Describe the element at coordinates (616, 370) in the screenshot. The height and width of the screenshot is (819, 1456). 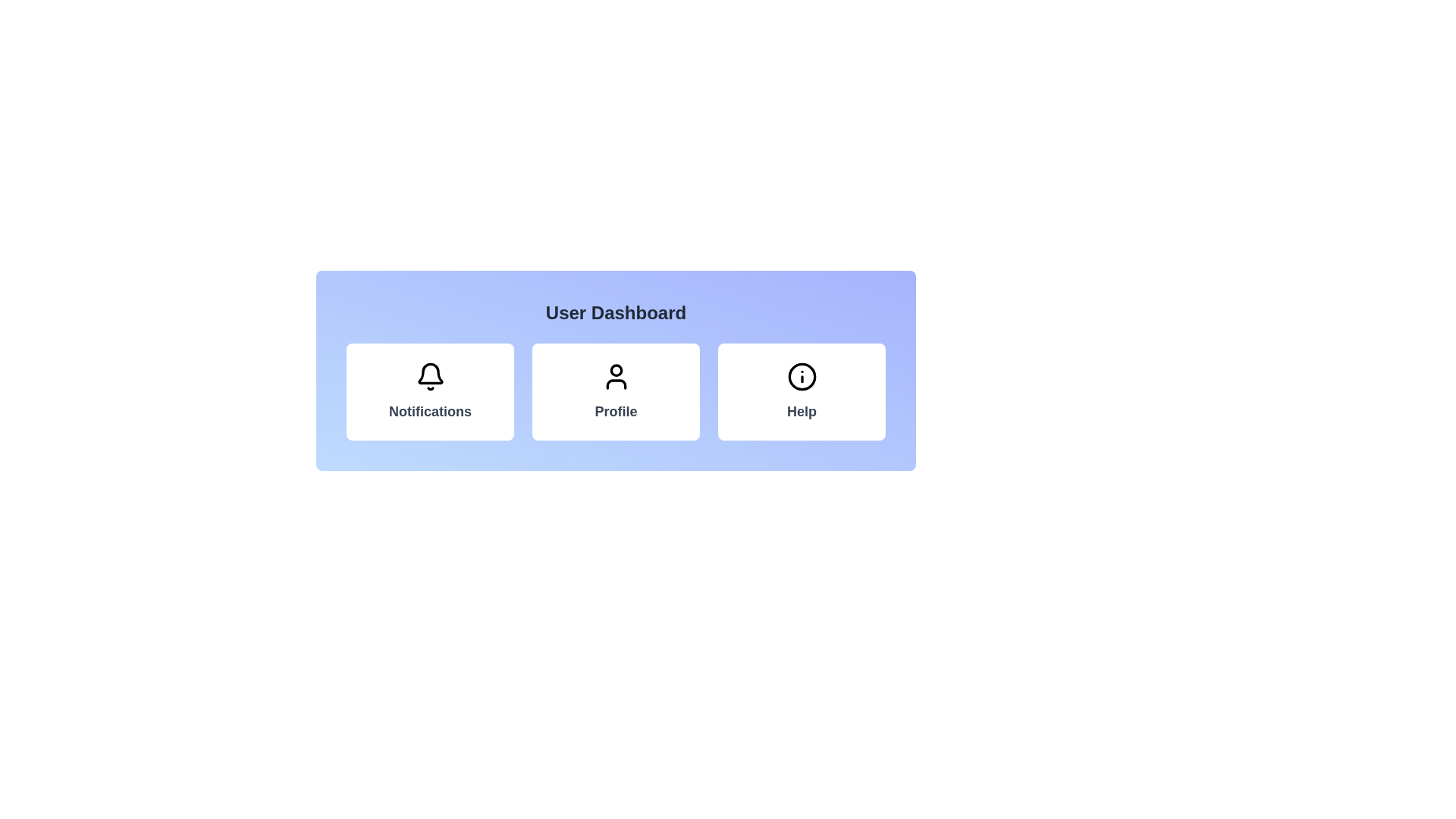
I see `the Graphical Circle that represents the head in the user profile icon, located in the Profile section of the dashboard` at that location.